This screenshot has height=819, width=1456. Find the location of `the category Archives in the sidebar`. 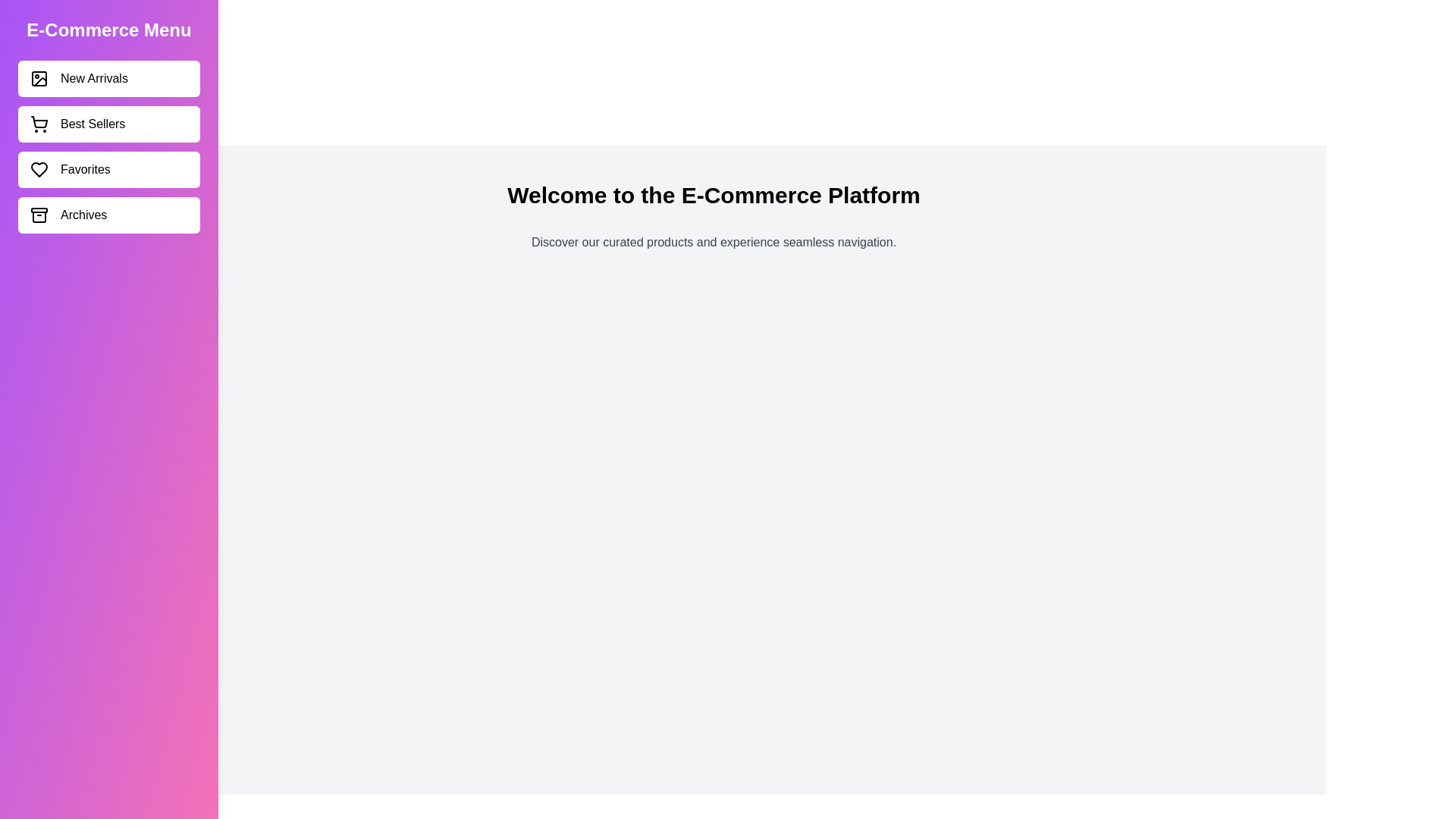

the category Archives in the sidebar is located at coordinates (108, 215).